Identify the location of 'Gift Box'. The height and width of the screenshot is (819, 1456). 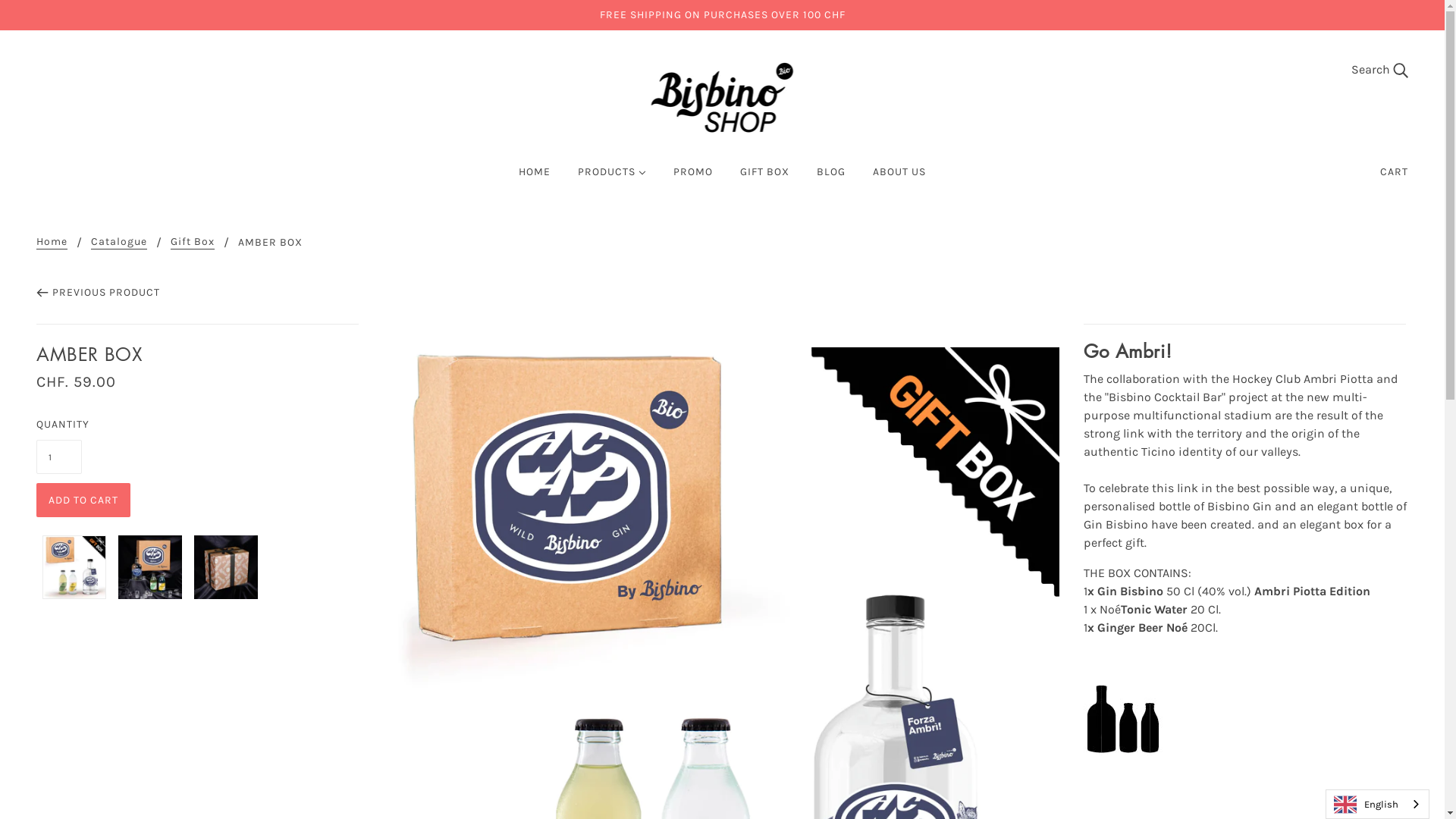
(192, 242).